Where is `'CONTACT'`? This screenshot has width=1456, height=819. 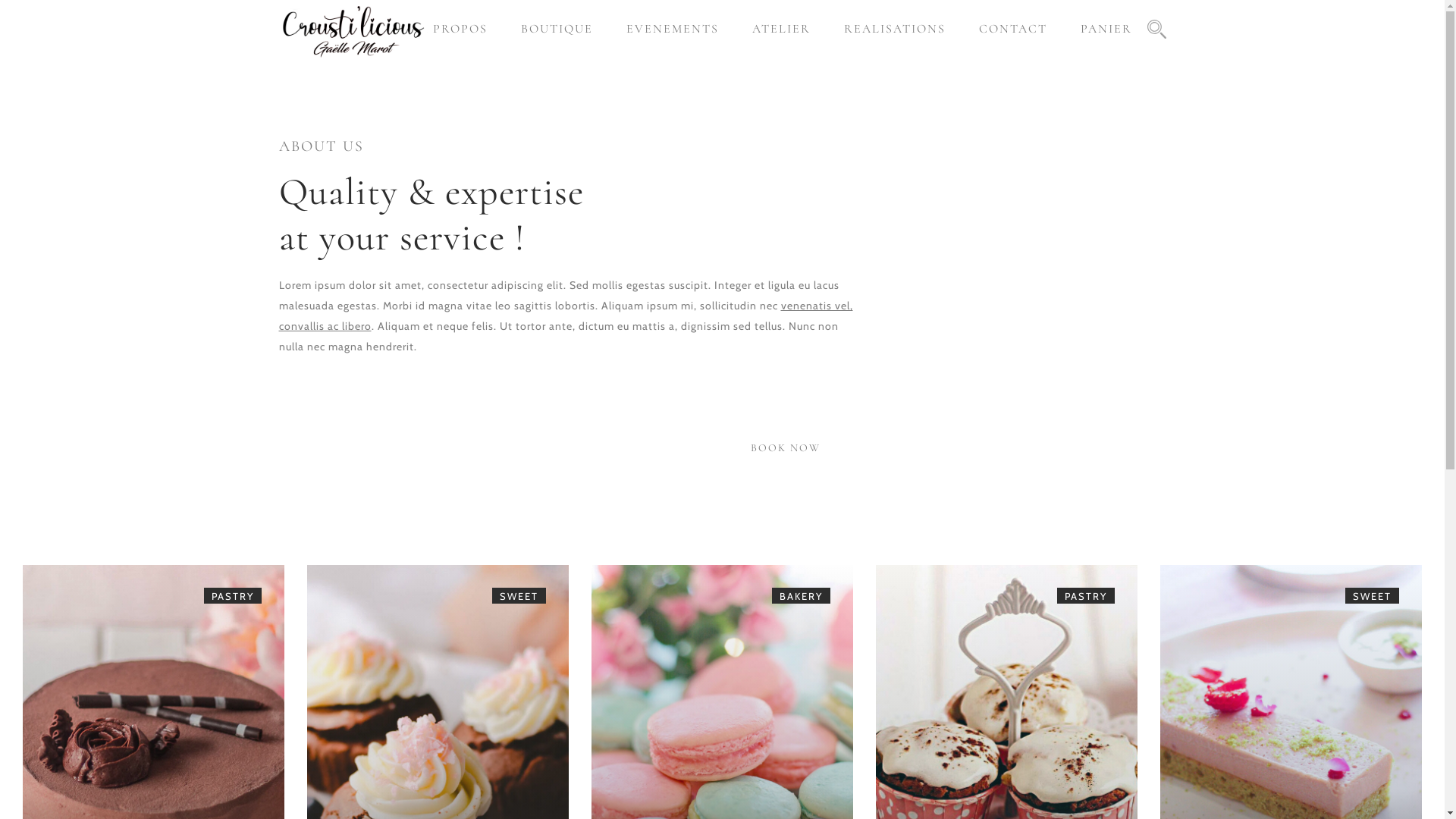 'CONTACT' is located at coordinates (1012, 29).